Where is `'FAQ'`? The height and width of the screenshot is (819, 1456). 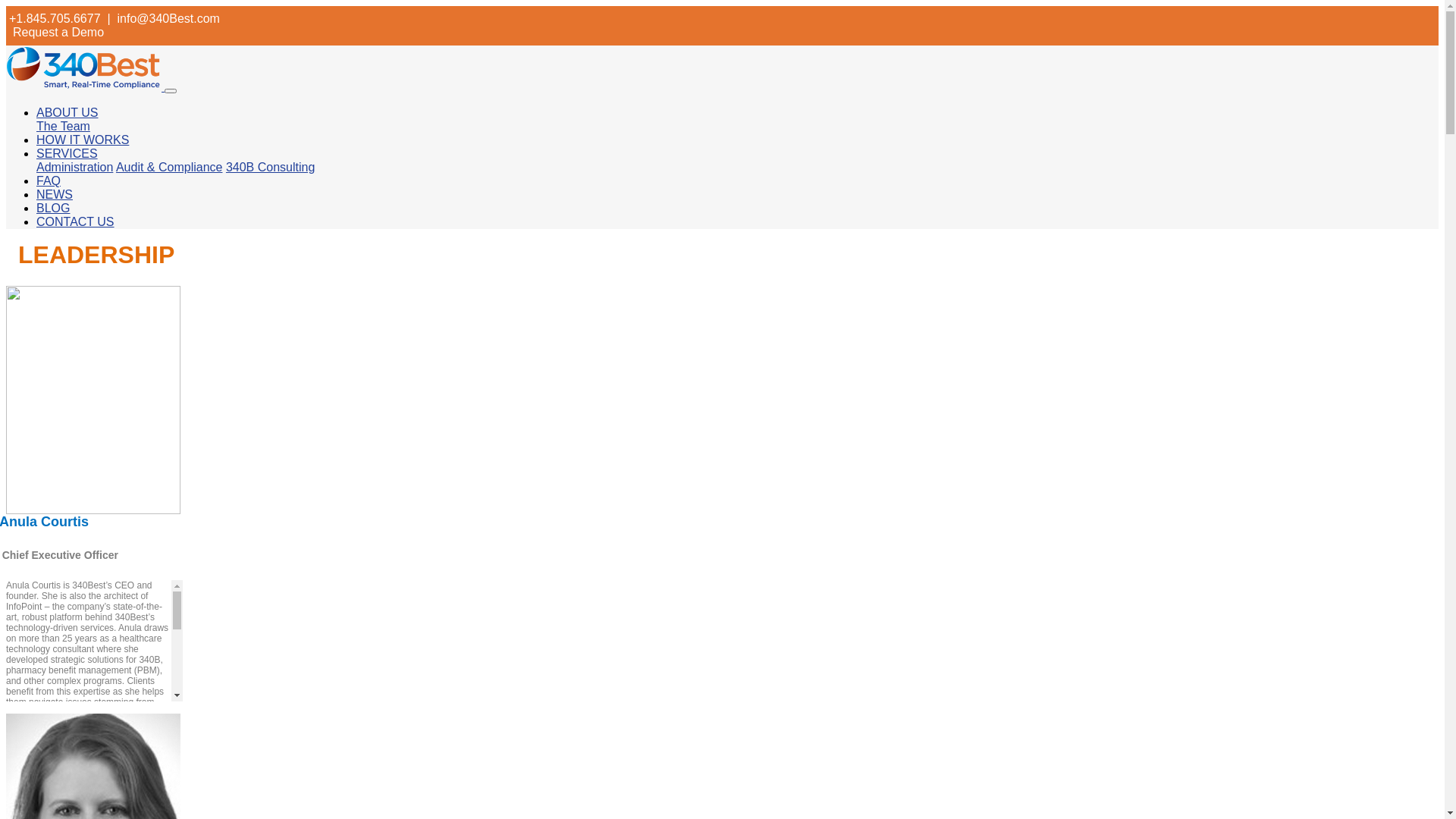
'FAQ' is located at coordinates (36, 180).